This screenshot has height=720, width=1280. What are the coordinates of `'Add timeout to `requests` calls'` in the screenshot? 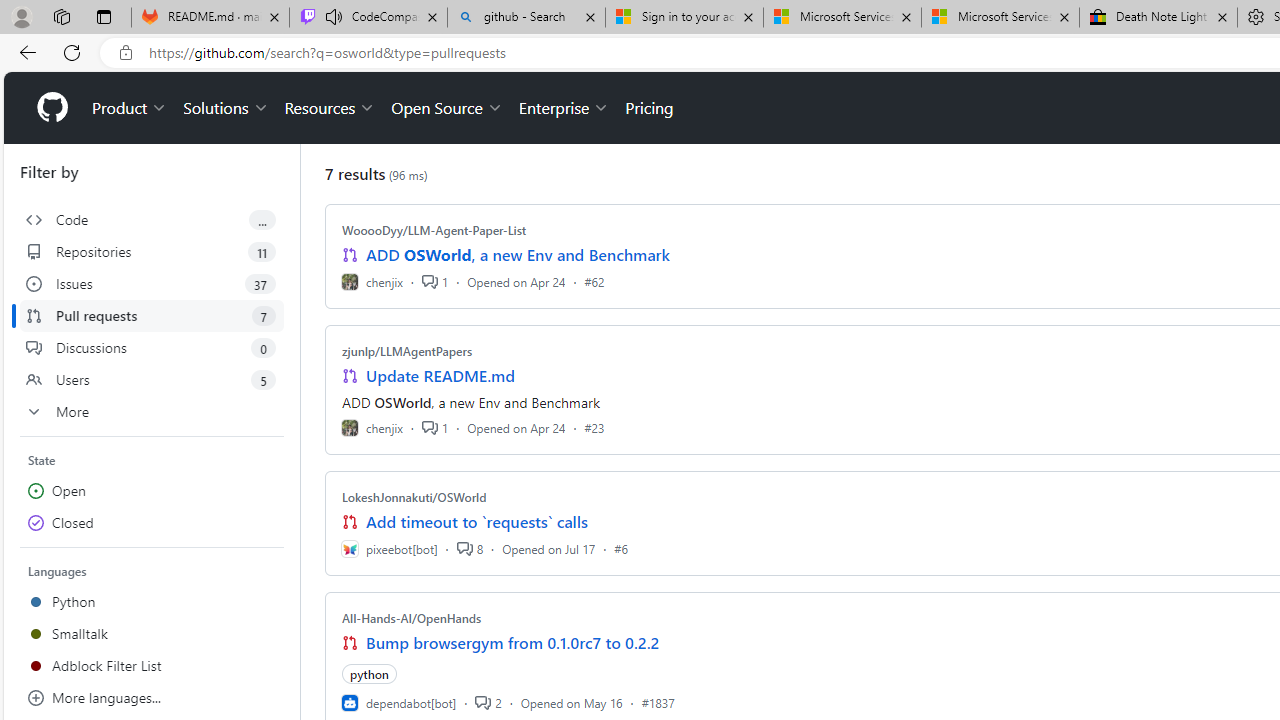 It's located at (475, 521).